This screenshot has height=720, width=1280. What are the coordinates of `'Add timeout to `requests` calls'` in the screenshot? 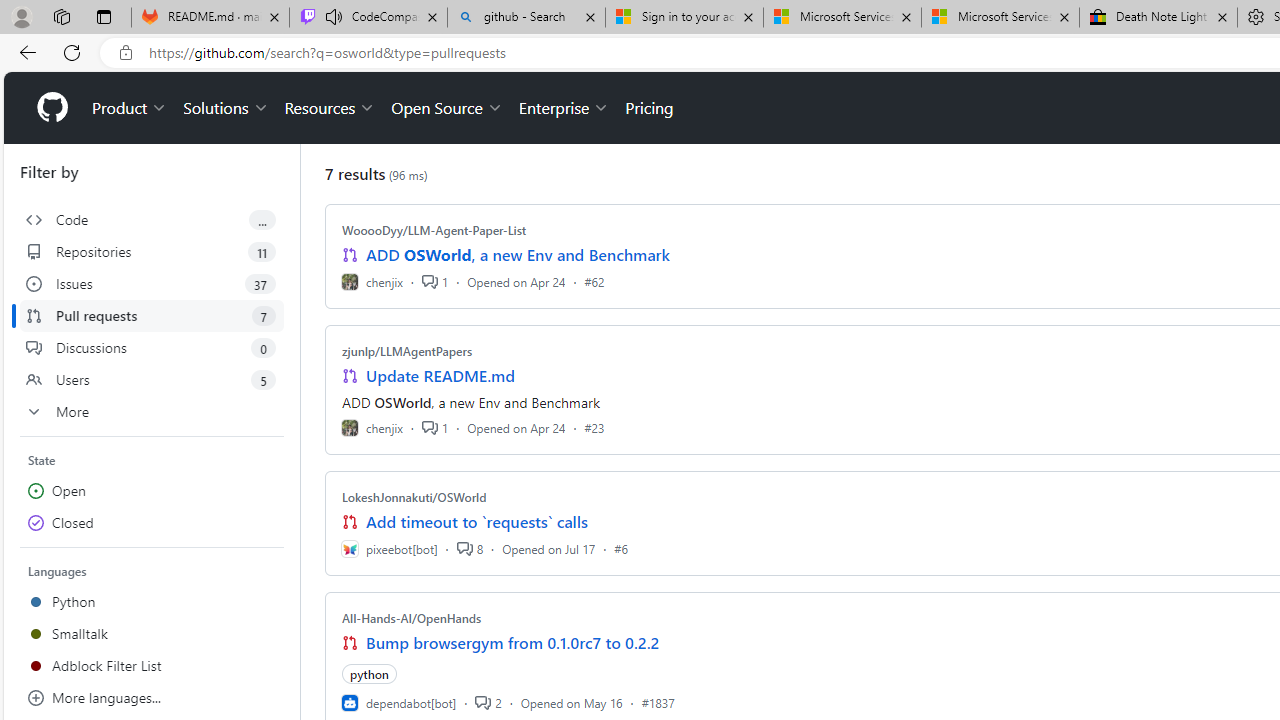 It's located at (475, 521).